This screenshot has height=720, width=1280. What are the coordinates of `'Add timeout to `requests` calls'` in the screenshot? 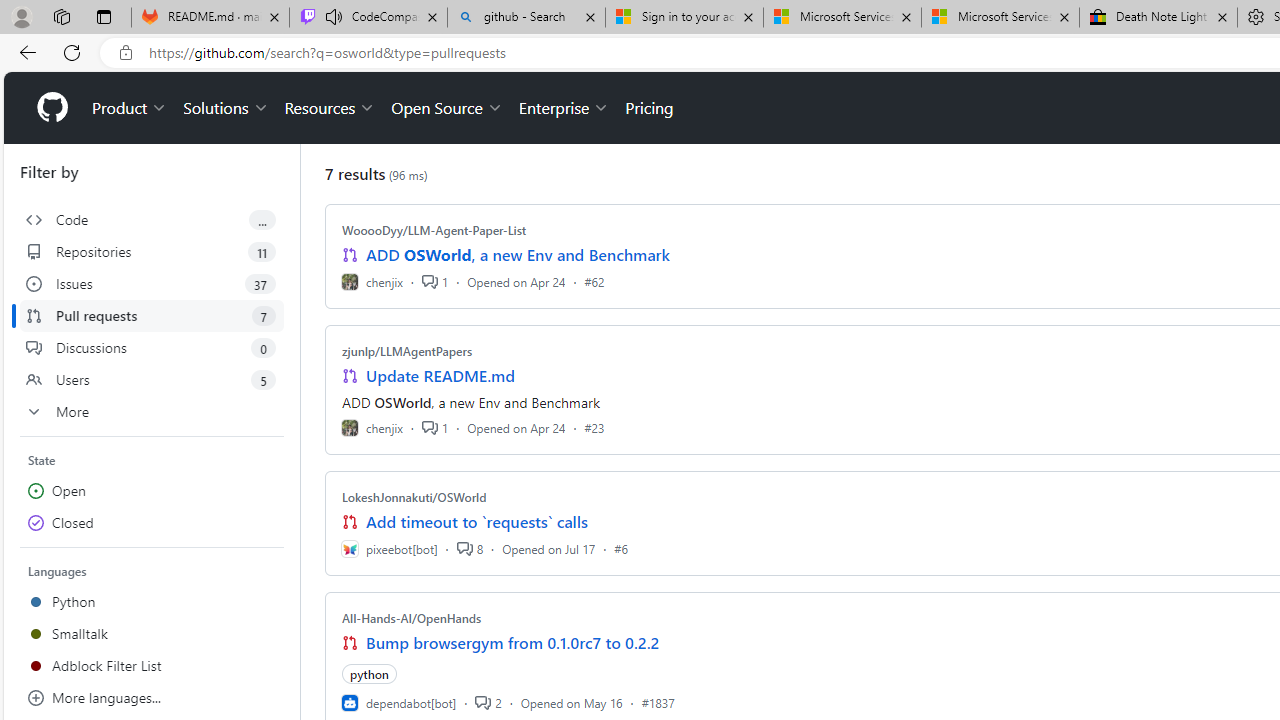 It's located at (475, 521).